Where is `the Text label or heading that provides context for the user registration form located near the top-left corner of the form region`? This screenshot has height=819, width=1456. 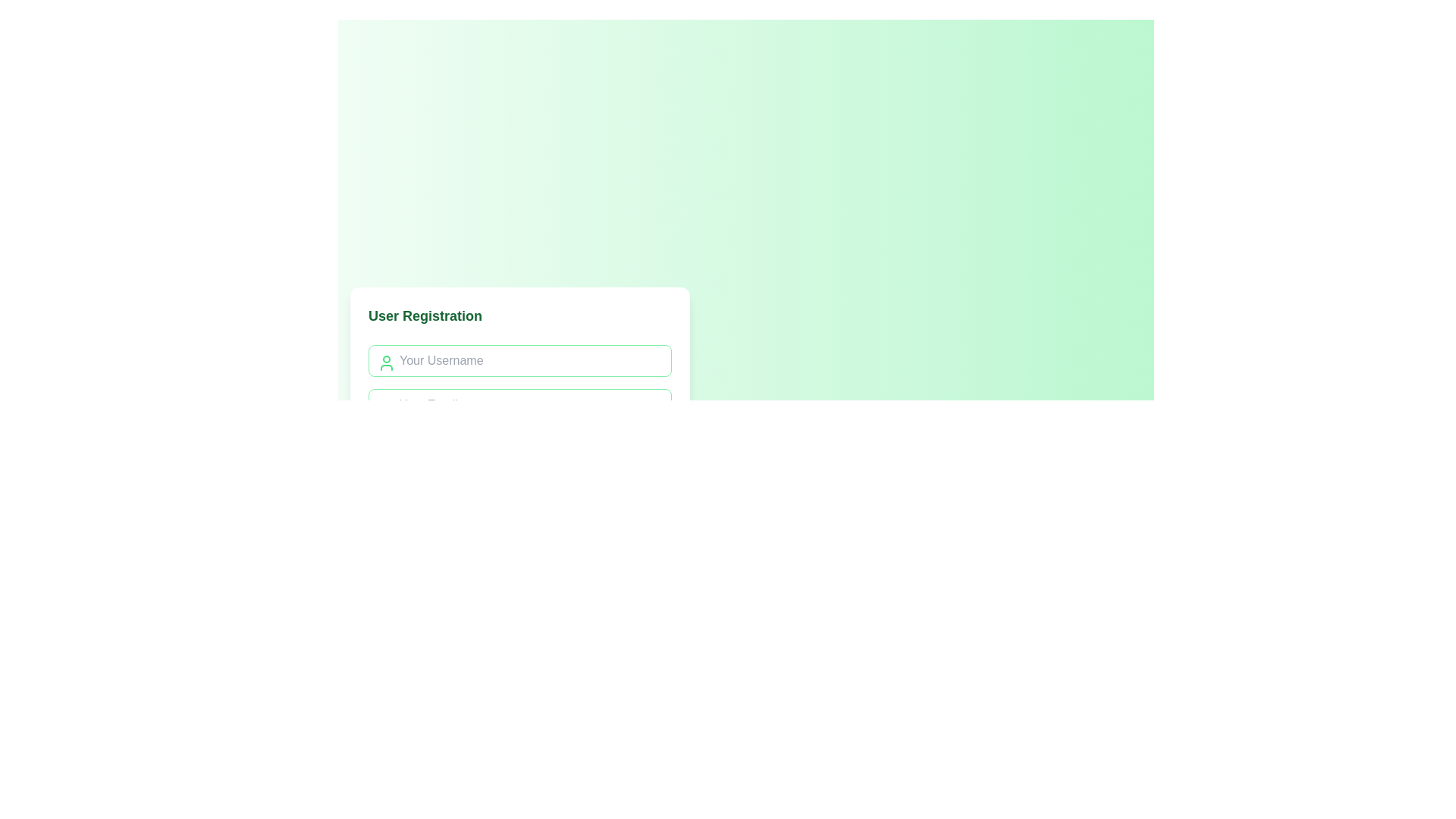
the Text label or heading that provides context for the user registration form located near the top-left corner of the form region is located at coordinates (425, 315).